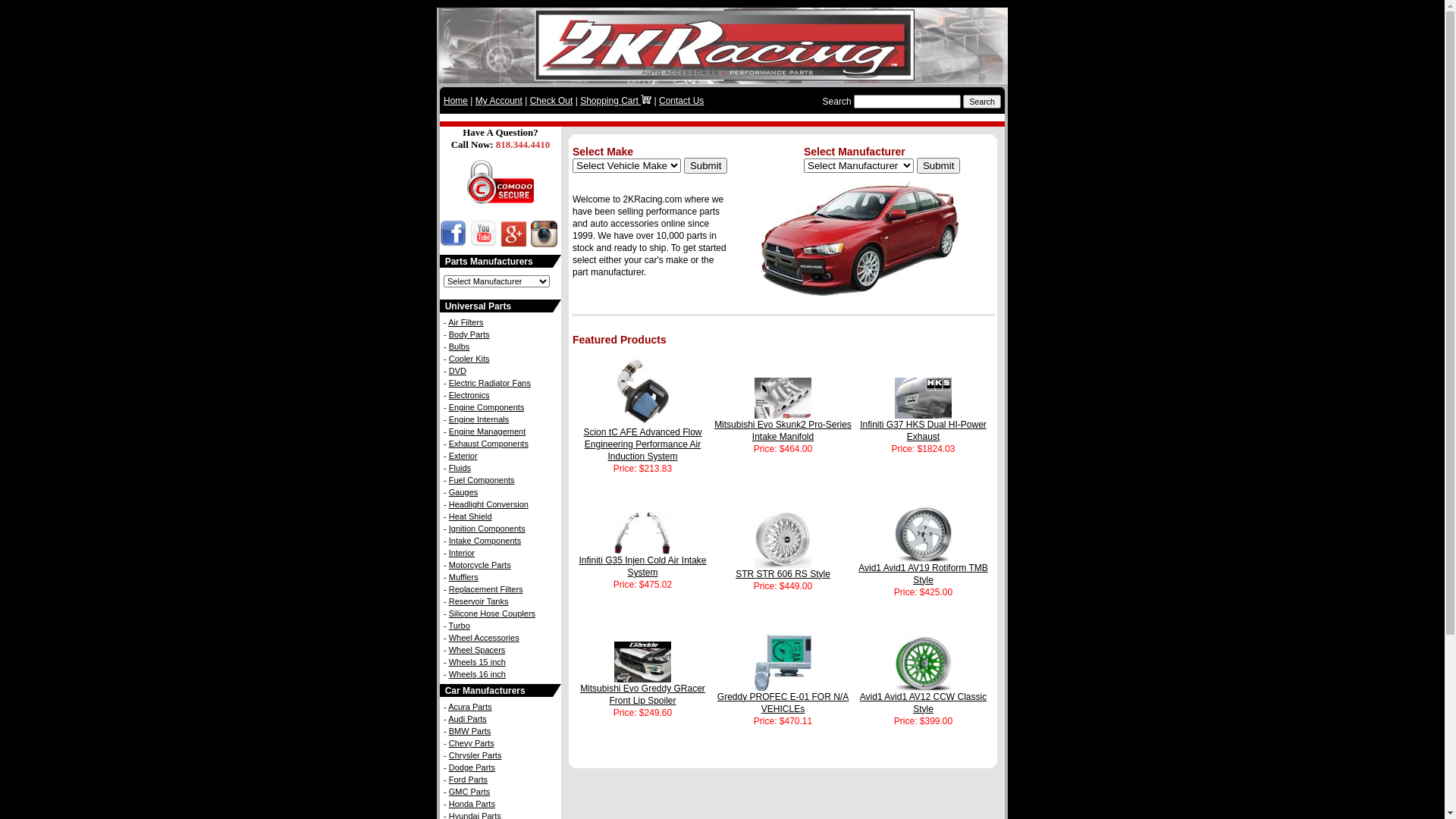 This screenshot has width=1456, height=819. What do you see at coordinates (490, 382) in the screenshot?
I see `'Electric Radiator Fans'` at bounding box center [490, 382].